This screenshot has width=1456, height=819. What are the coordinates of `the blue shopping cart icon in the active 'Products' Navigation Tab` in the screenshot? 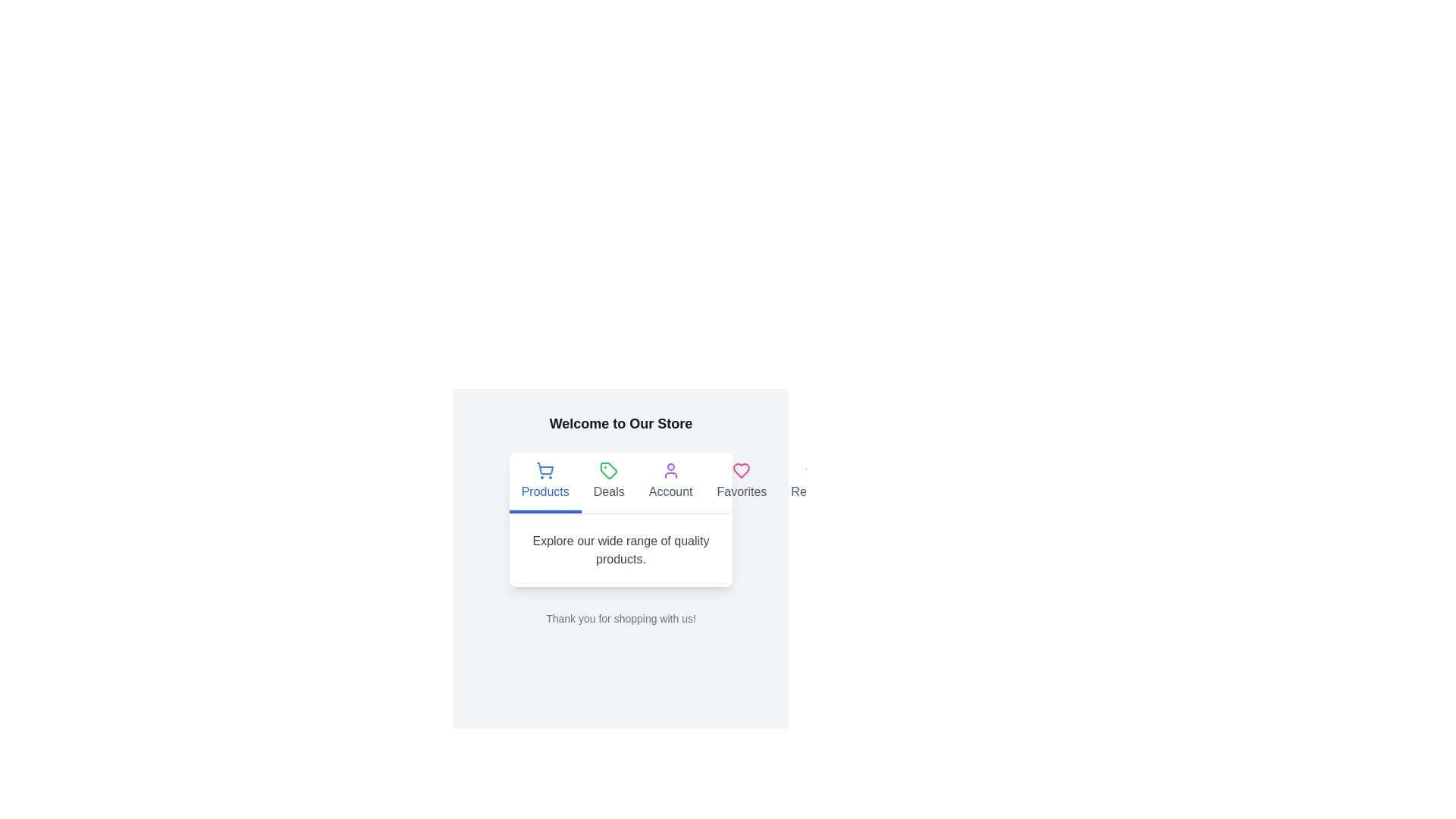 It's located at (545, 482).